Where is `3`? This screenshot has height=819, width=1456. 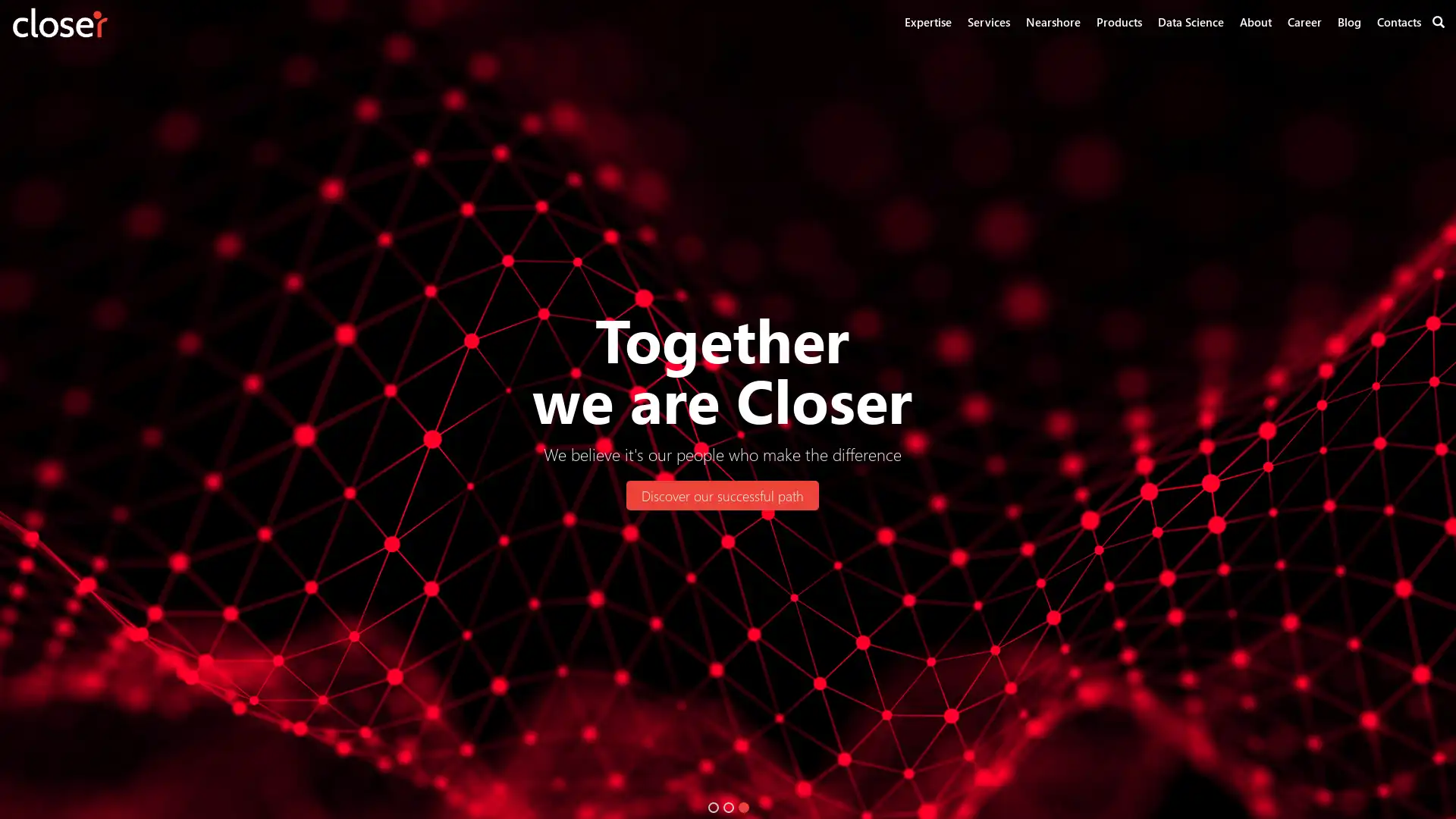
3 is located at coordinates (743, 806).